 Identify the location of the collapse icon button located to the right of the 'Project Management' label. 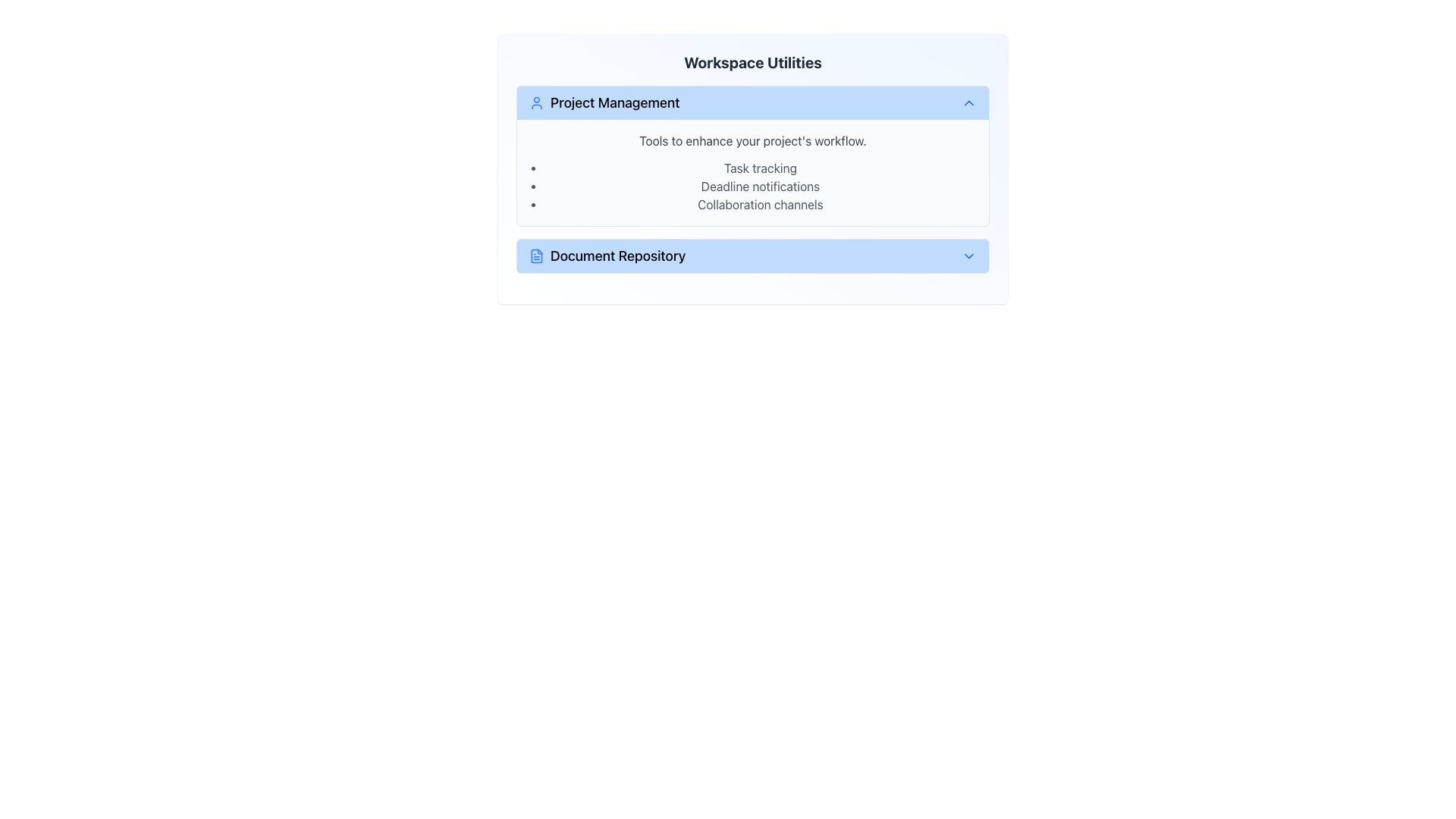
(968, 102).